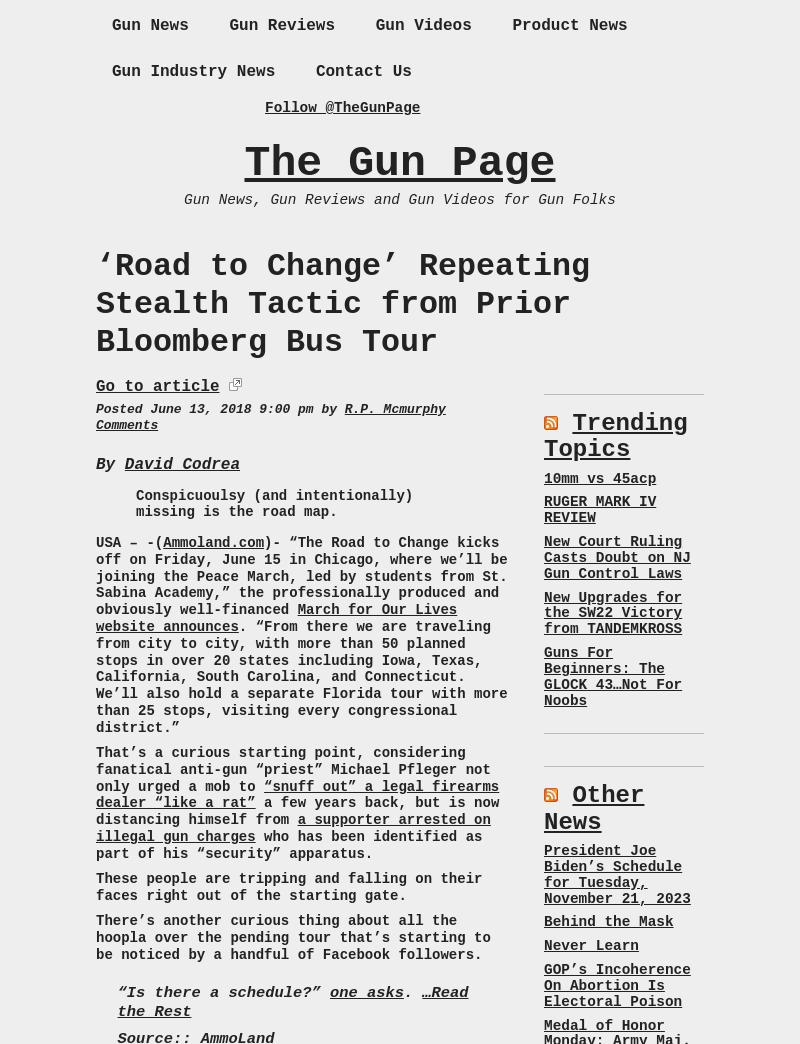 Image resolution: width=800 pixels, height=1044 pixels. I want to click on 'R.P. Mcmurphy', so click(344, 407).